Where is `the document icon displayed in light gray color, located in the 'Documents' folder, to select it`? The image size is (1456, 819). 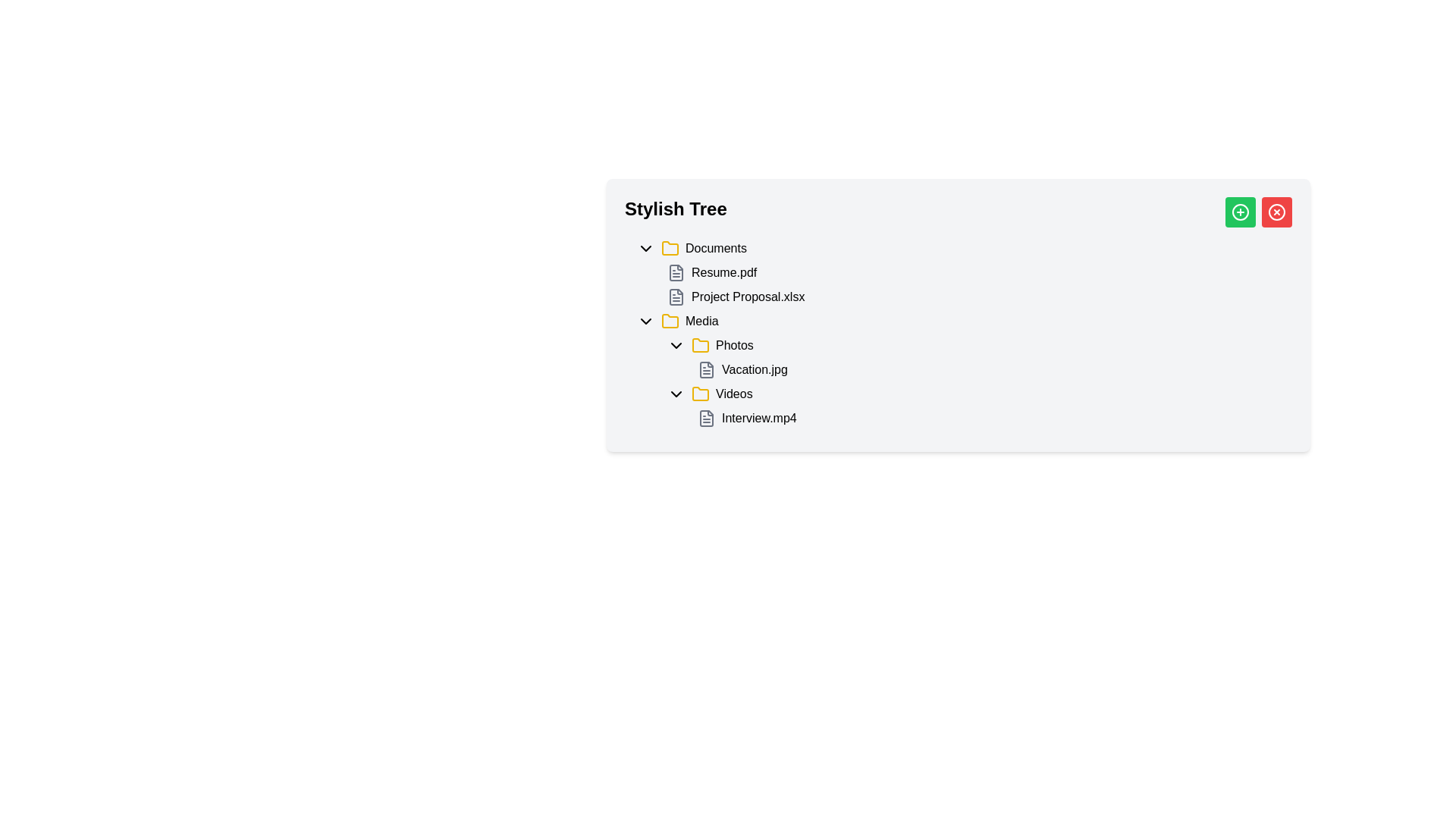
the document icon displayed in light gray color, located in the 'Documents' folder, to select it is located at coordinates (676, 271).